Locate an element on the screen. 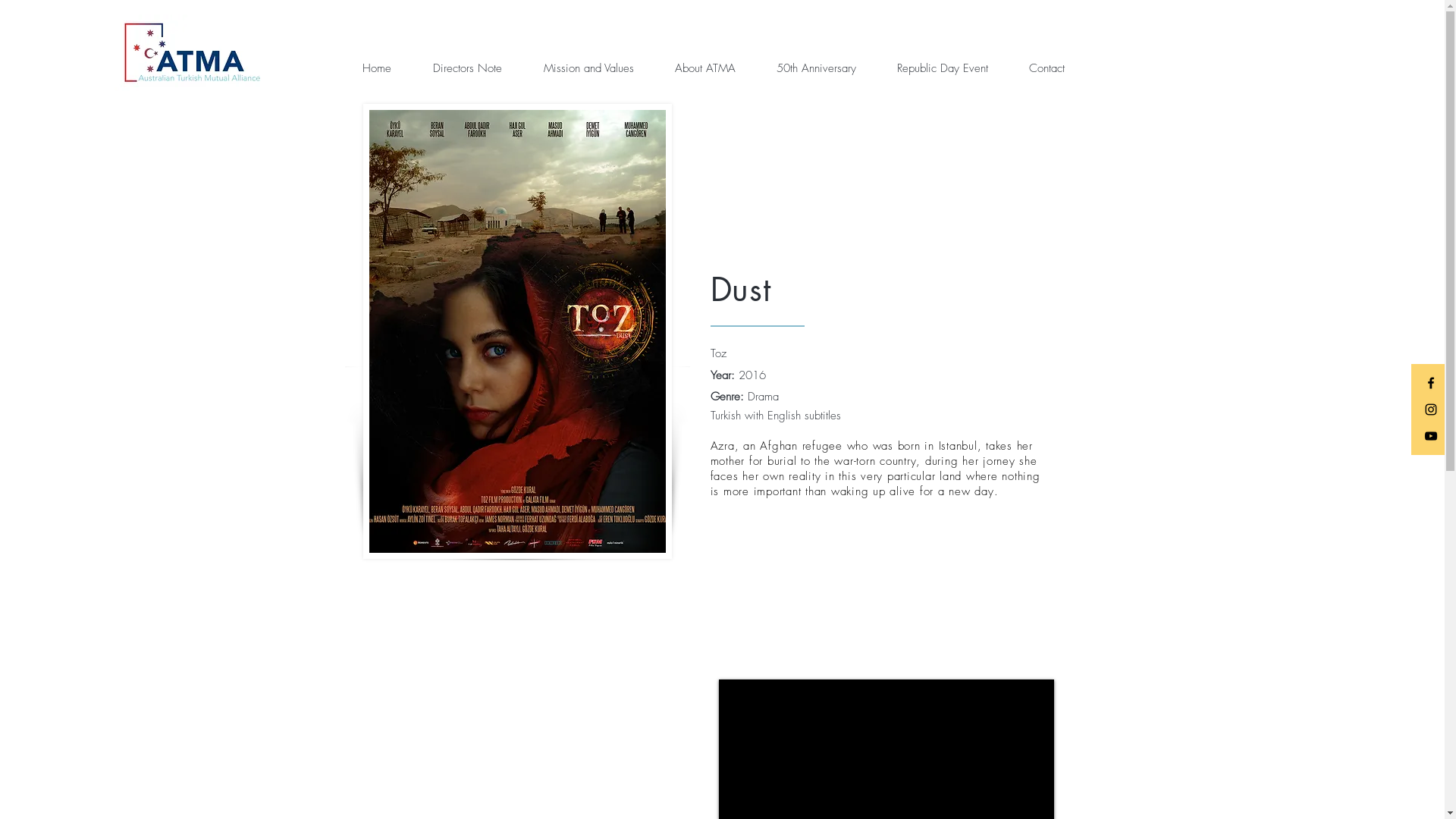 The image size is (1456, 819). 'About ATMA' is located at coordinates (712, 67).